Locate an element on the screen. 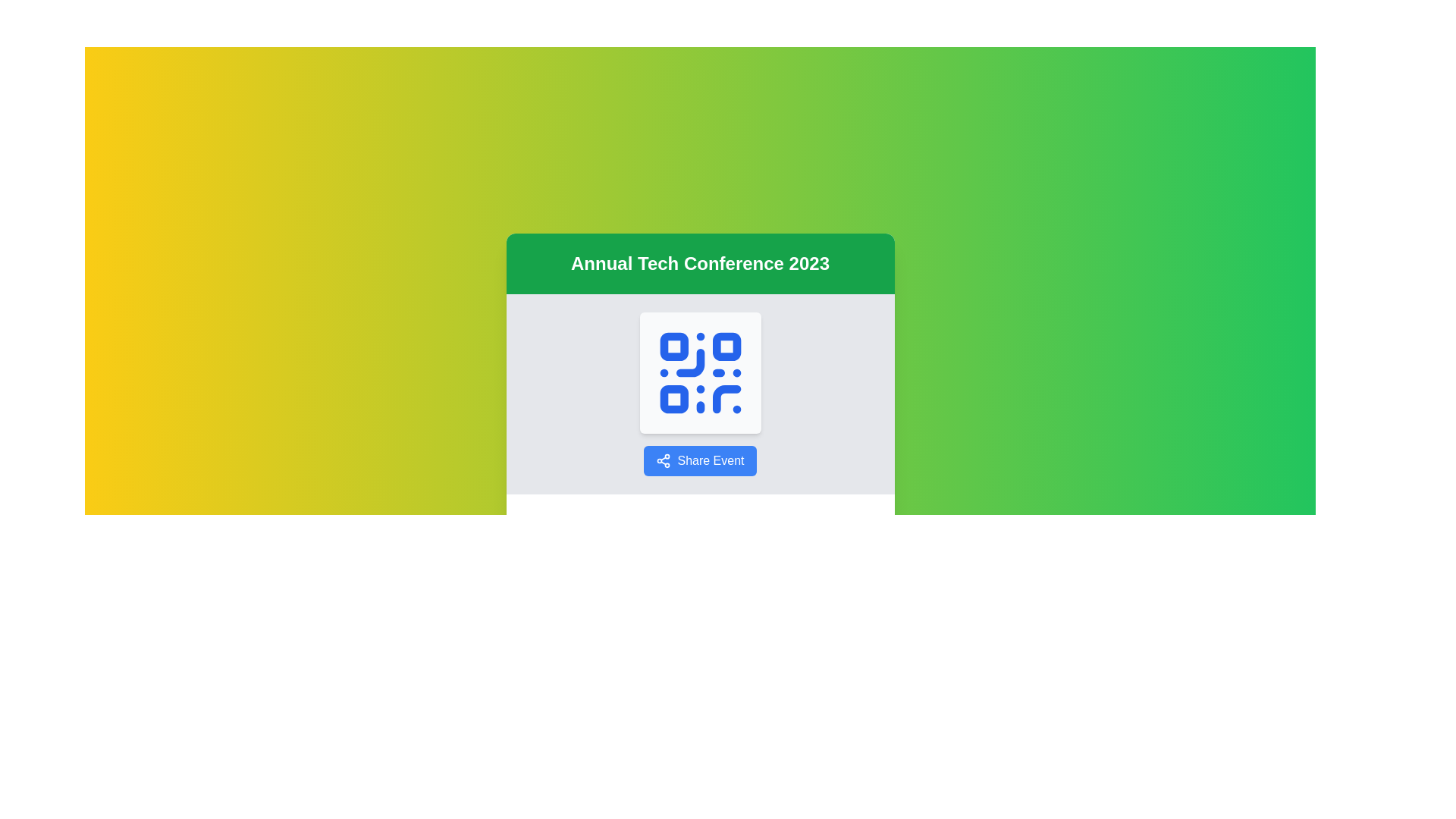 The width and height of the screenshot is (1456, 819). the top-left rounded rectangle of the QR code graphic, which is positioned below the title 'Annual Tech Conference 2023' and above the 'Share Event' button is located at coordinates (673, 347).